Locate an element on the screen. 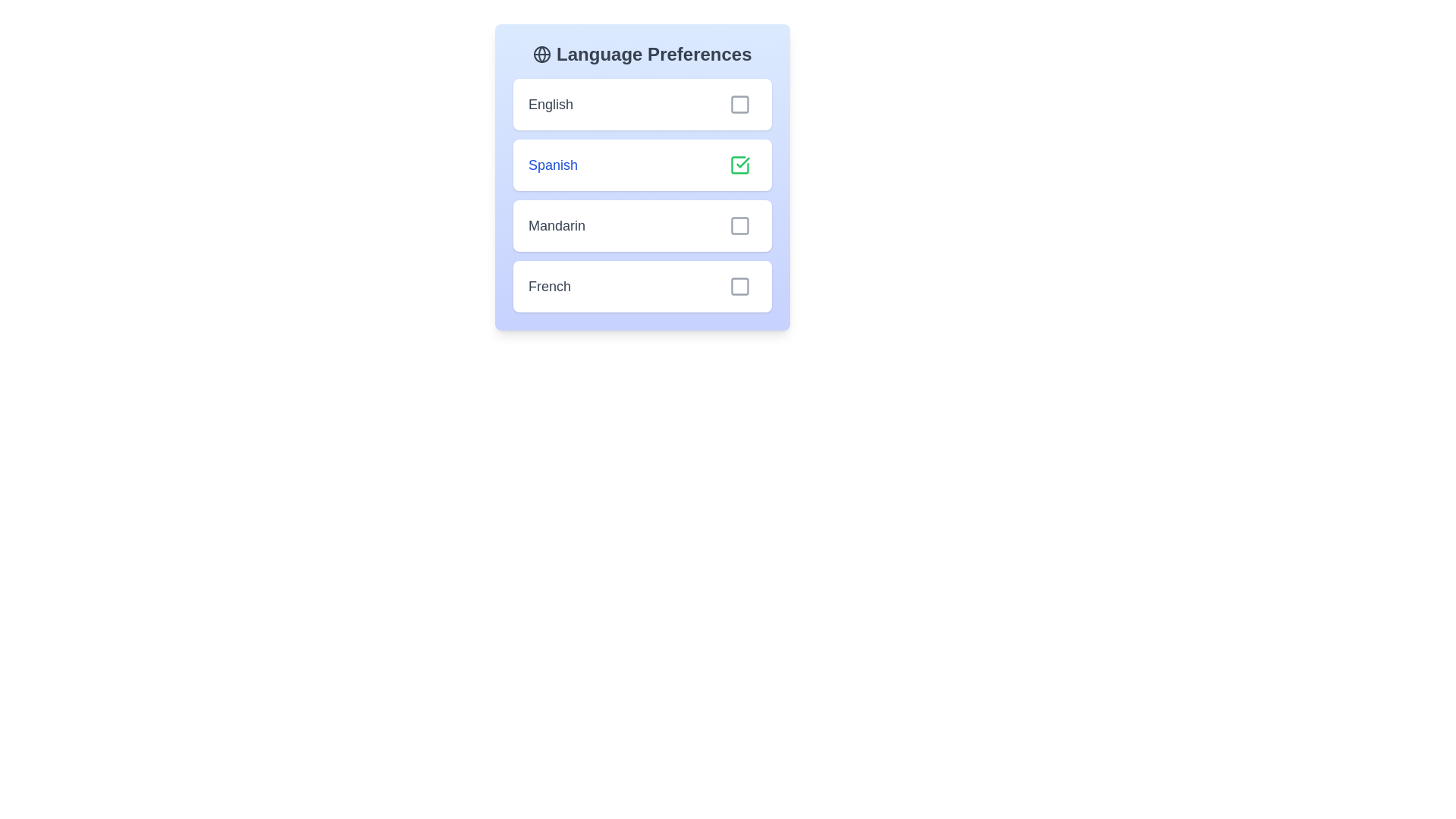 The height and width of the screenshot is (819, 1456). the checkbox indicator for the 'French' option is located at coordinates (739, 287).